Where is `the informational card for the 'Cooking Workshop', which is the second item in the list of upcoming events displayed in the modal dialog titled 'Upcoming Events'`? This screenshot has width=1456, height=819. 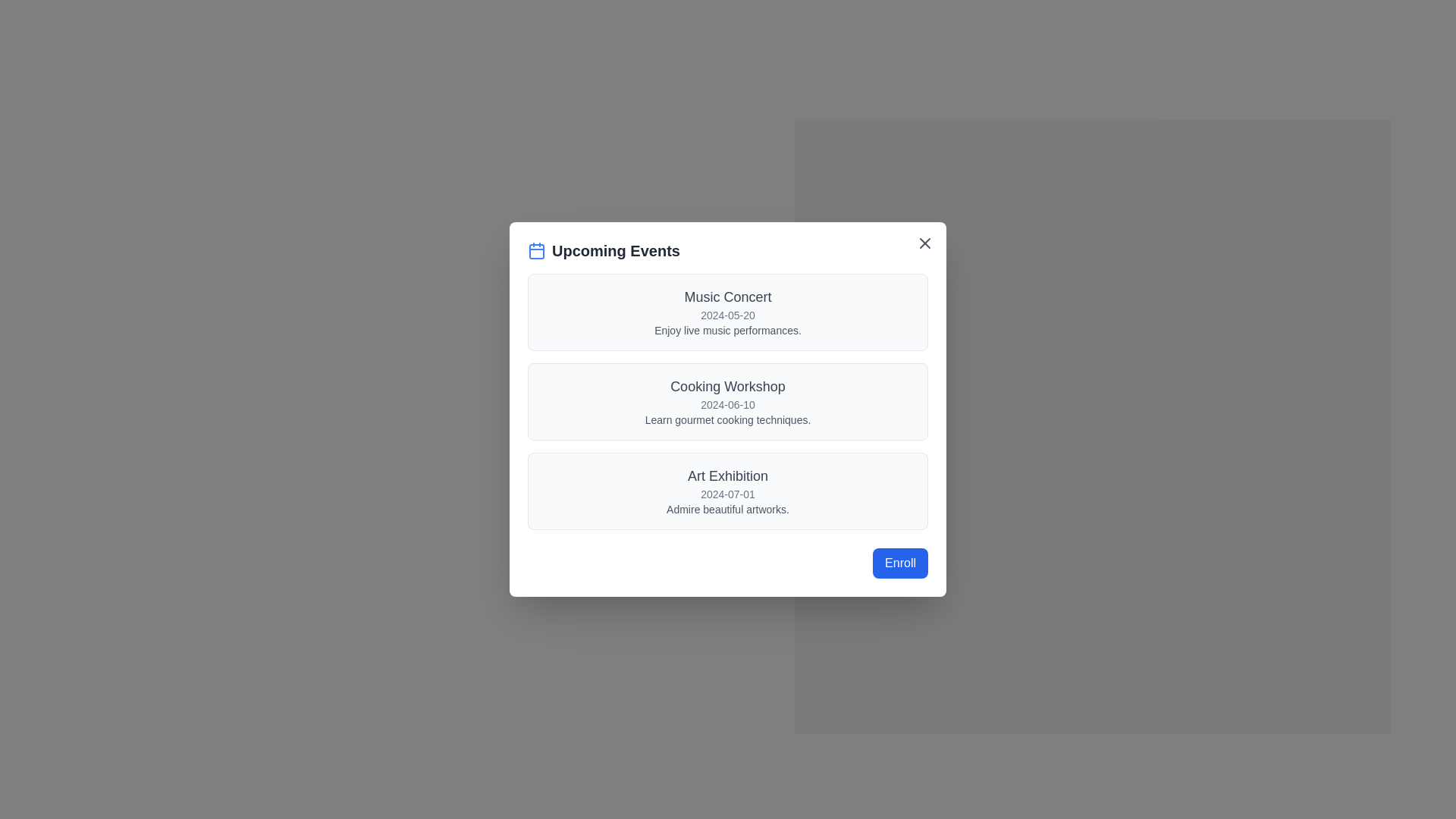 the informational card for the 'Cooking Workshop', which is the second item in the list of upcoming events displayed in the modal dialog titled 'Upcoming Events' is located at coordinates (728, 400).